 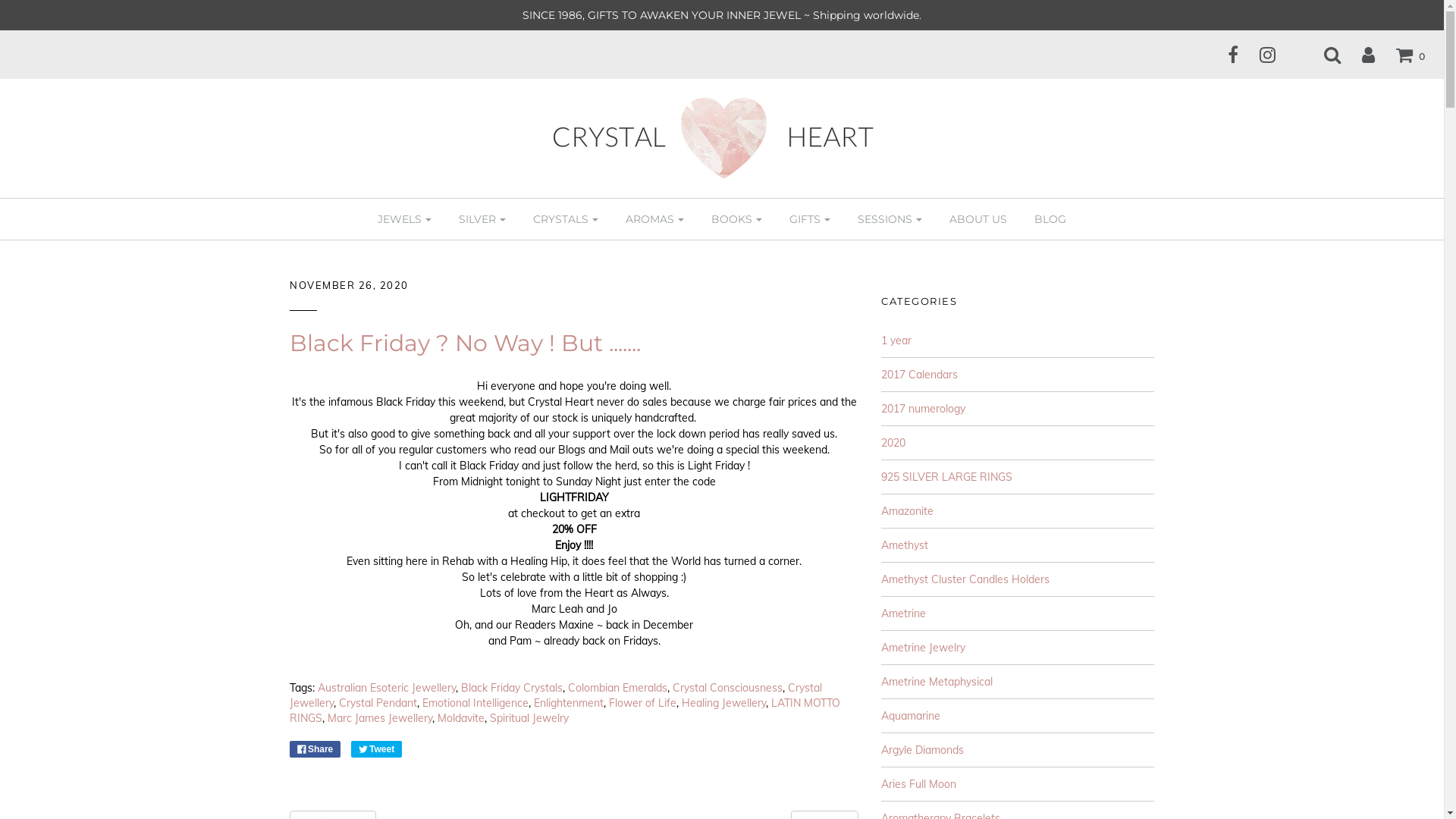 What do you see at coordinates (946, 475) in the screenshot?
I see `'925 SILVER LARGE RINGS'` at bounding box center [946, 475].